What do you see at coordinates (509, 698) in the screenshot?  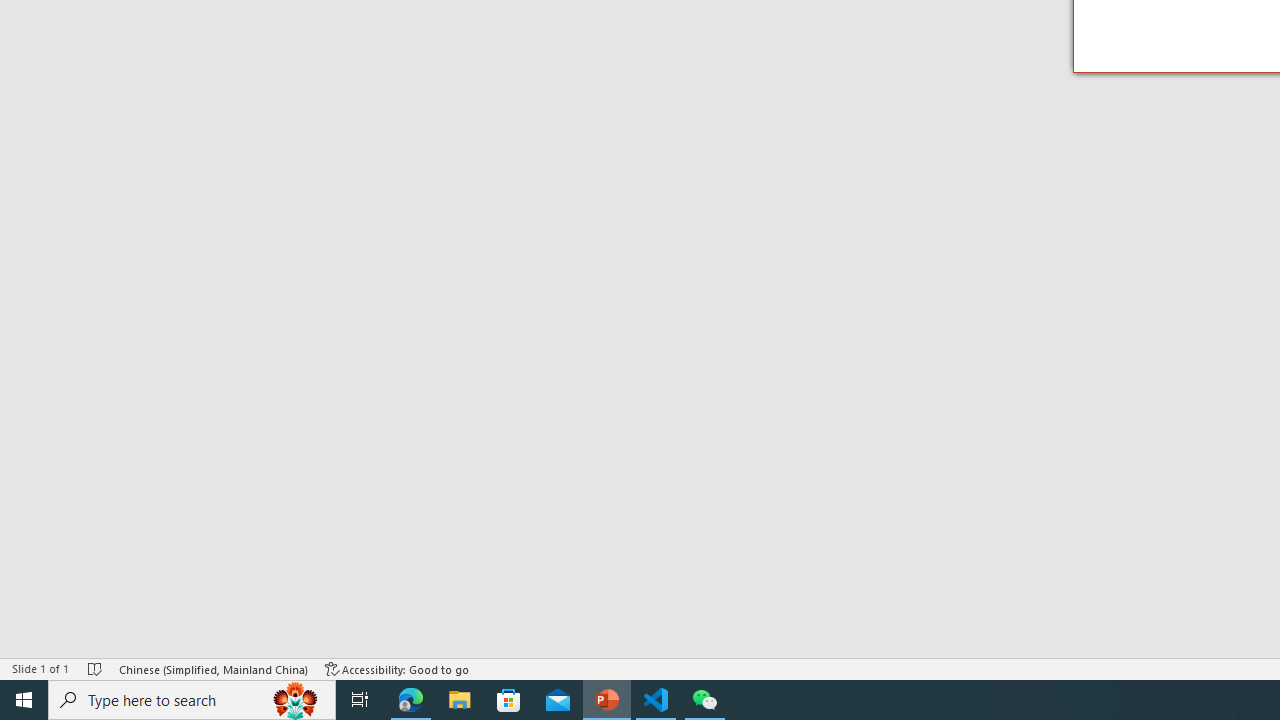 I see `'Microsoft Store'` at bounding box center [509, 698].